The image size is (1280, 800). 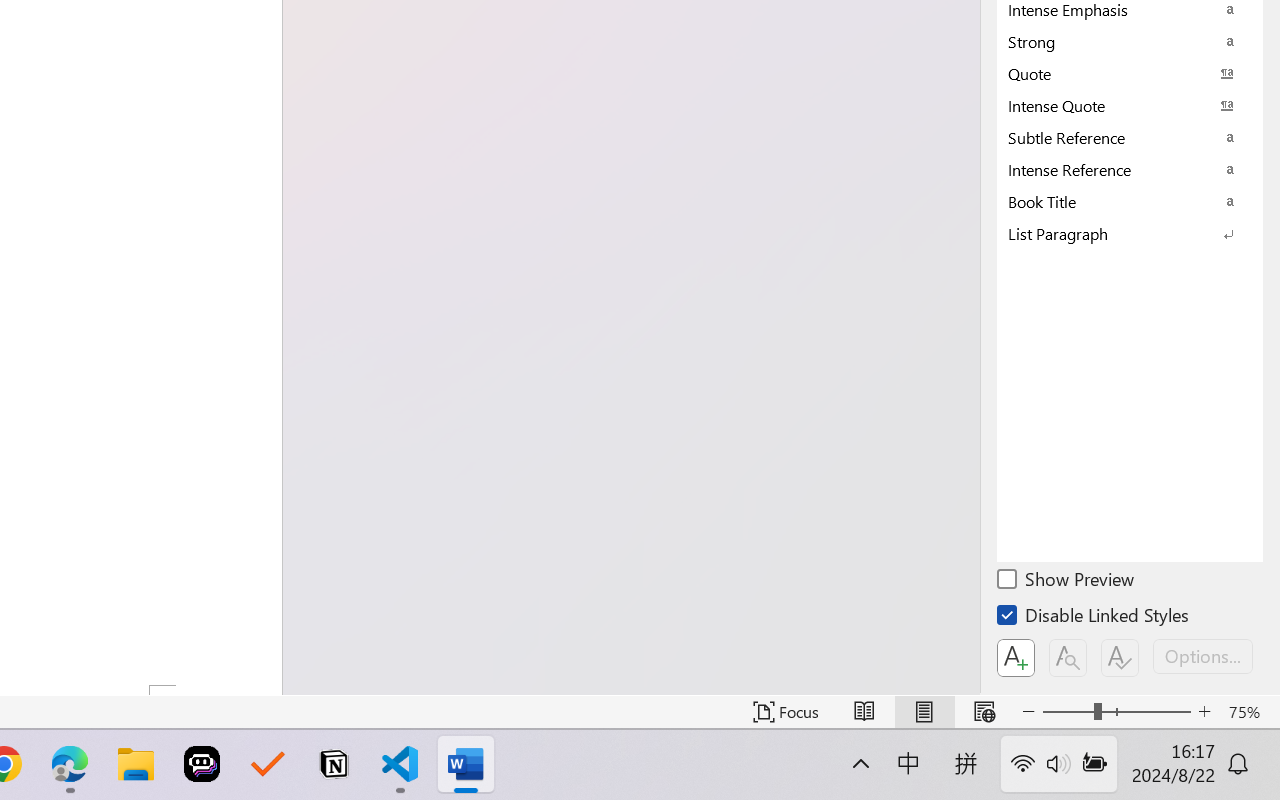 I want to click on 'Class: NetUIButton', so click(x=1120, y=657).